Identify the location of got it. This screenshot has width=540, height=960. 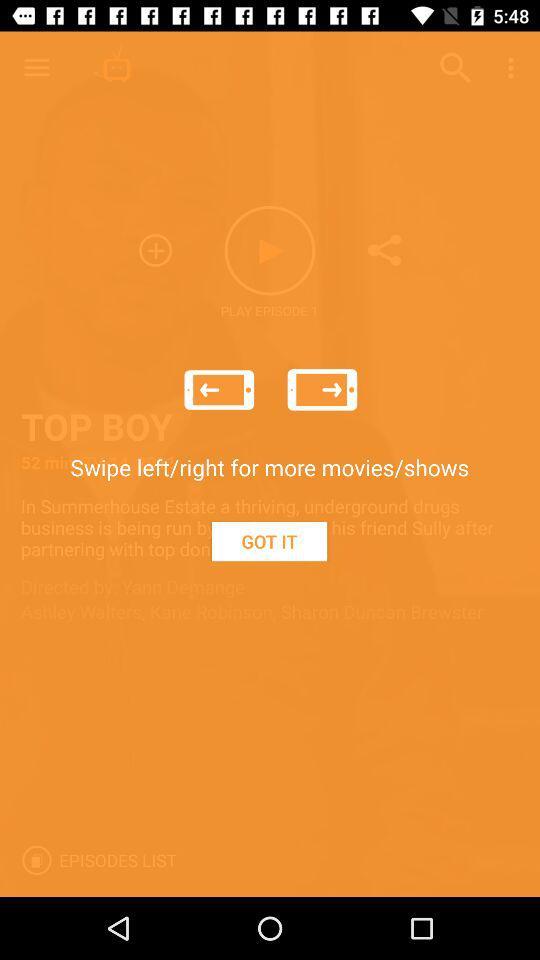
(269, 541).